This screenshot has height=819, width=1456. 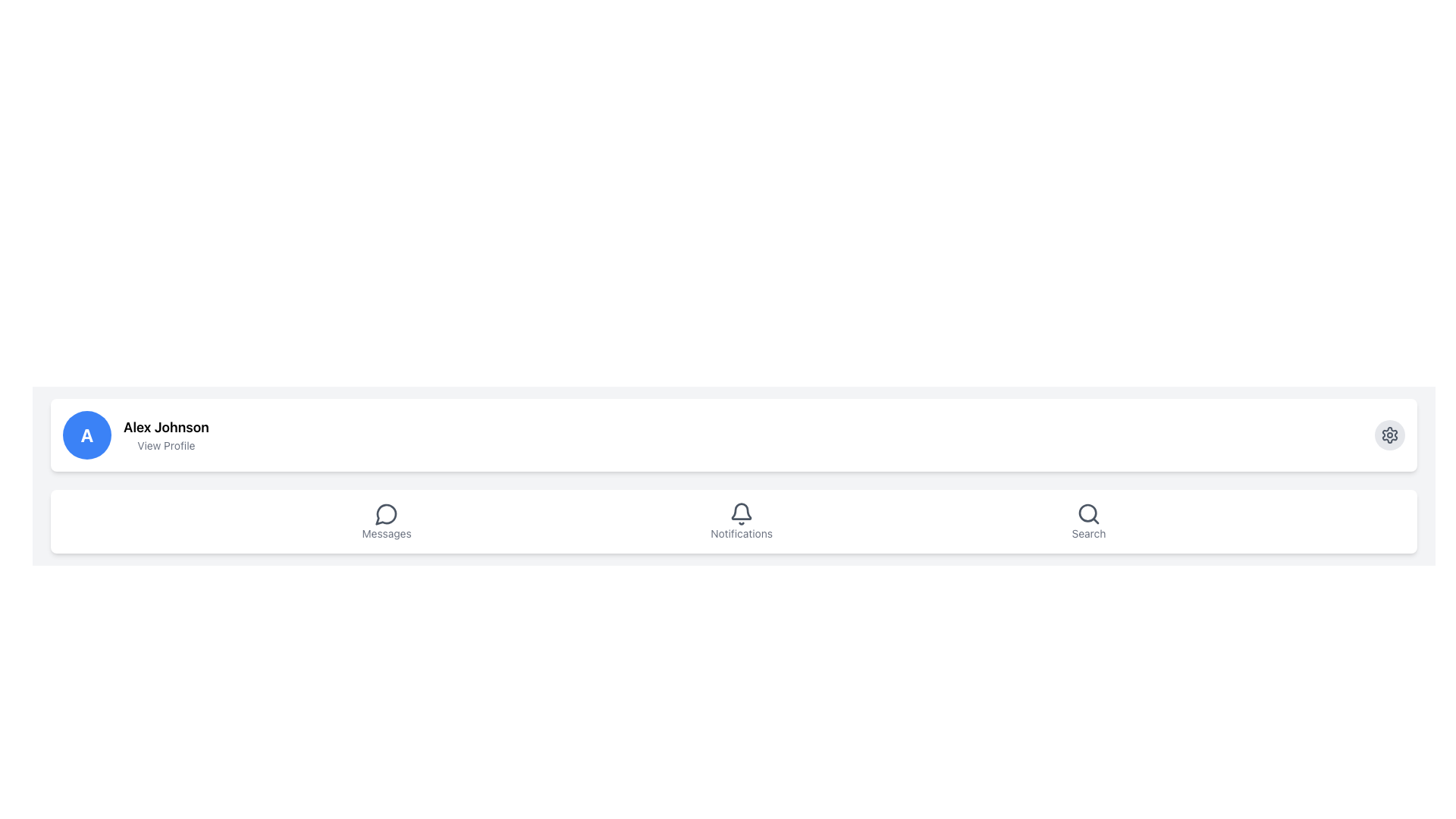 What do you see at coordinates (166, 427) in the screenshot?
I see `name displayed in the text label located at the top-left area of the interface, before the text 'View Profile'` at bounding box center [166, 427].